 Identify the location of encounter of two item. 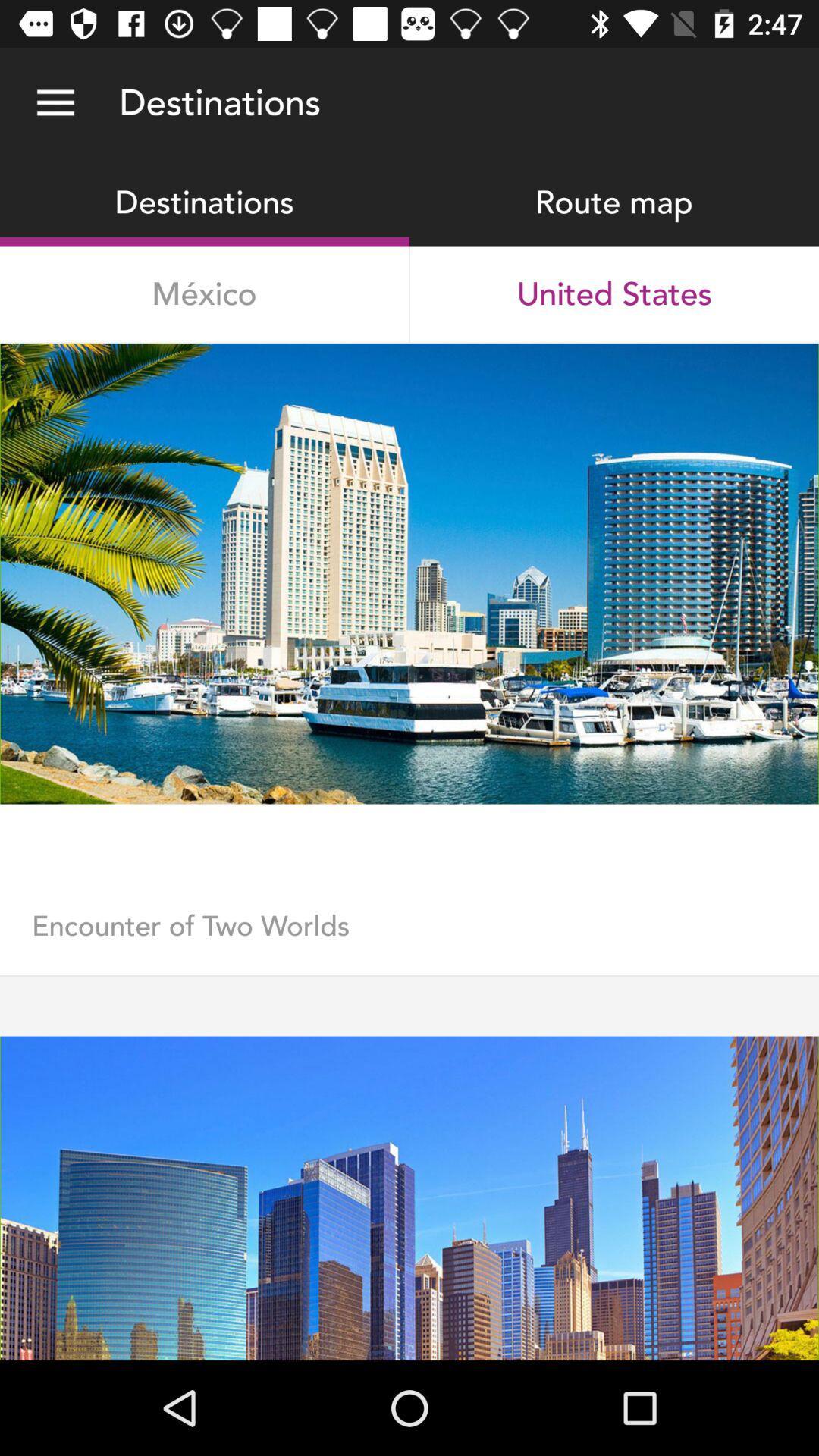
(409, 941).